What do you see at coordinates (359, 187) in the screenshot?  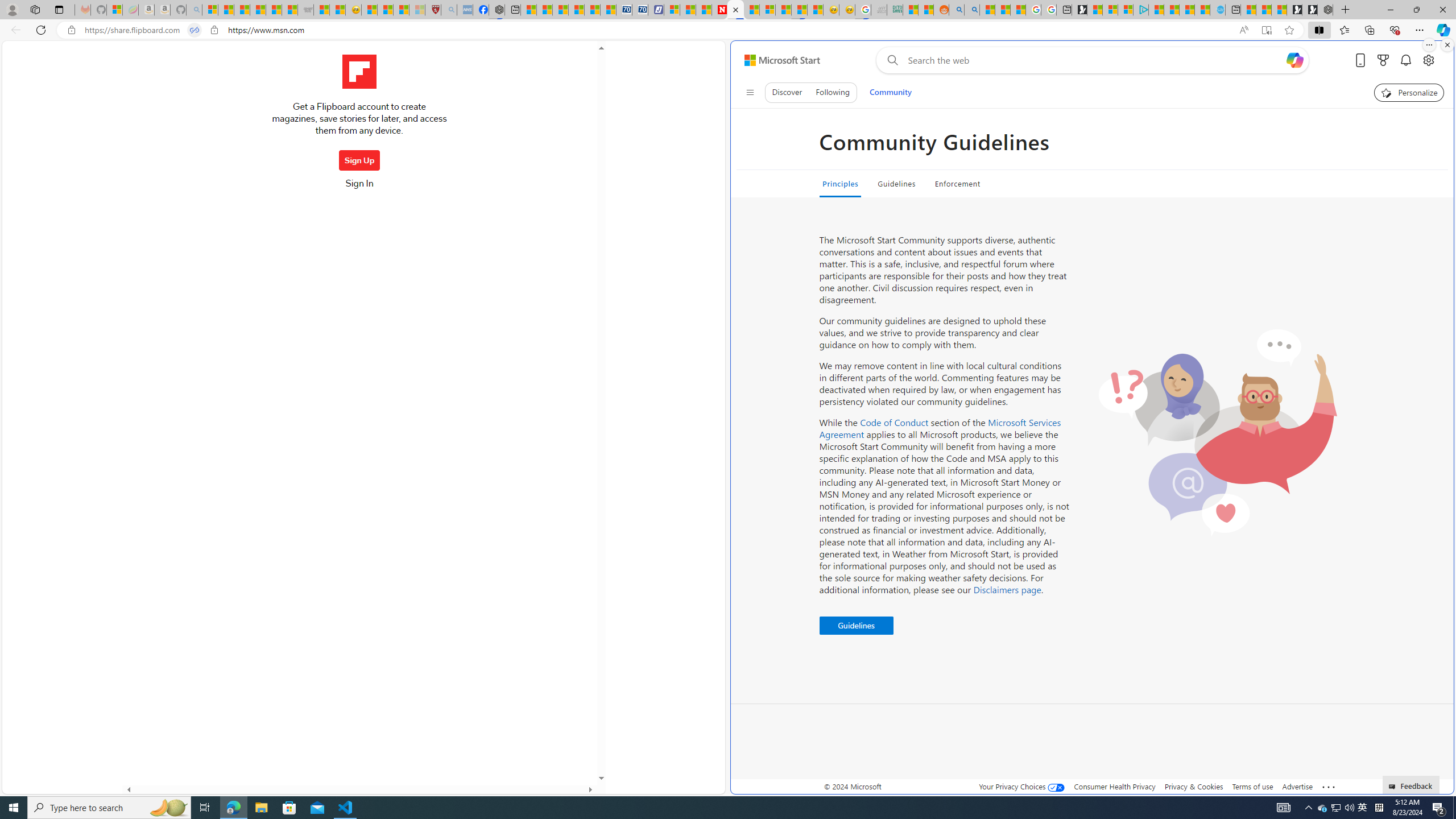 I see `'Sign In'` at bounding box center [359, 187].